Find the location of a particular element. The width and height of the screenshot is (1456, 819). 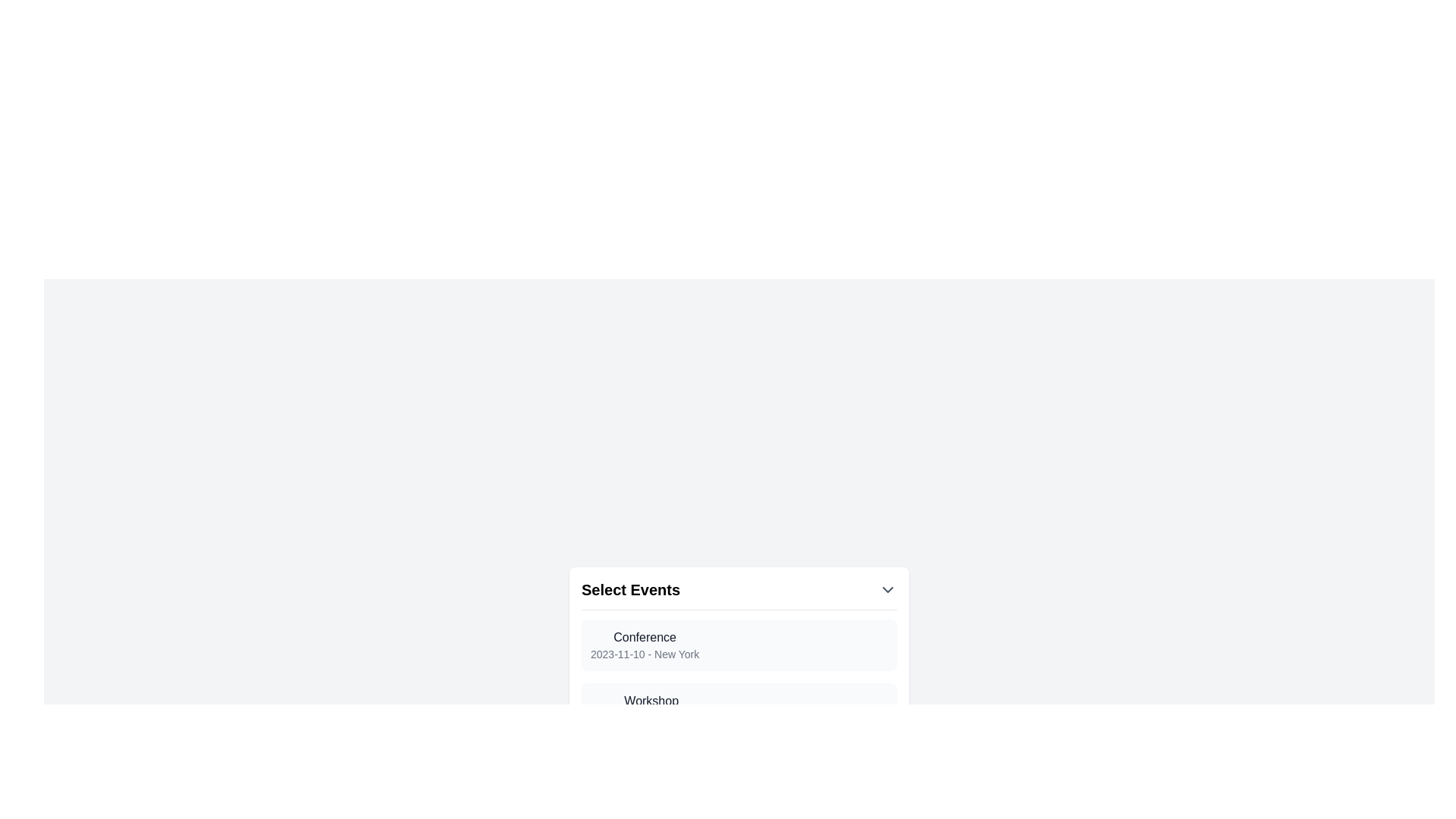

the text label displaying '2023-11-10 - New York', which is located below the 'Conference' label in the 'Select Events' dropdown interface is located at coordinates (645, 653).